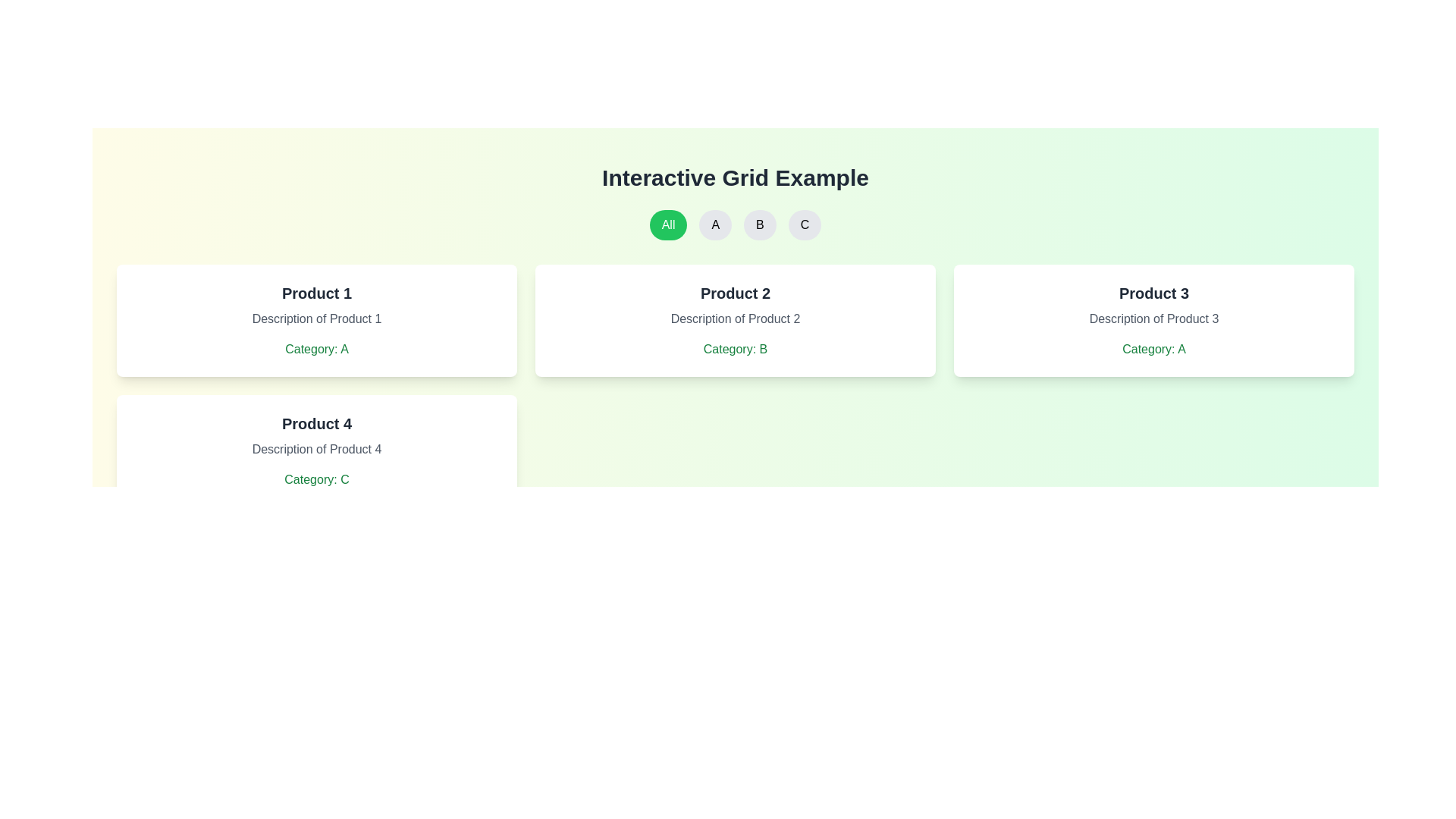 Image resolution: width=1456 pixels, height=819 pixels. I want to click on the green bold text label reading 'Category: A' located at the bottom section of the 'Product 1' card, so click(315, 350).